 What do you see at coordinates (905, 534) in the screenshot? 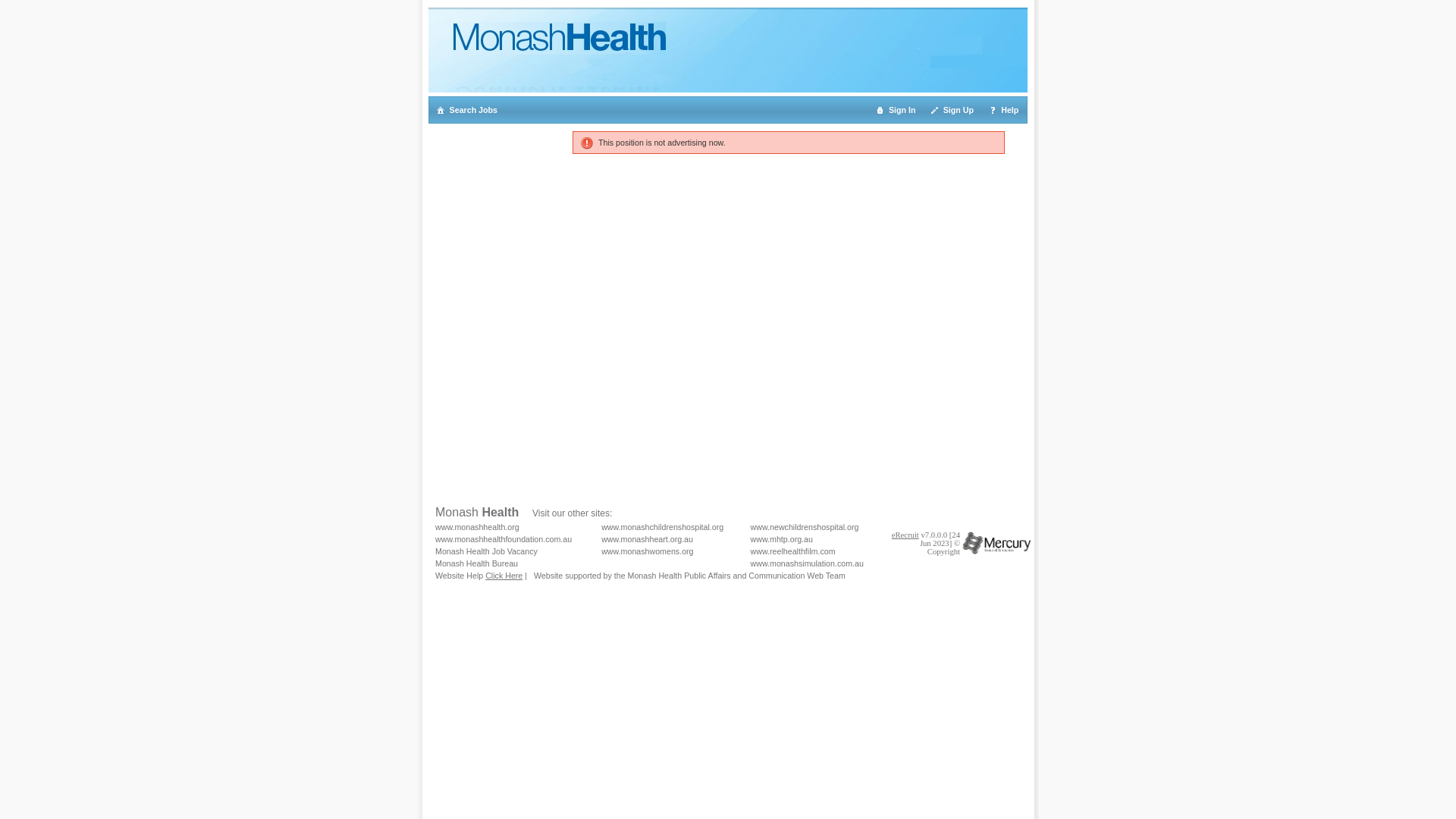
I see `'eRecruit'` at bounding box center [905, 534].